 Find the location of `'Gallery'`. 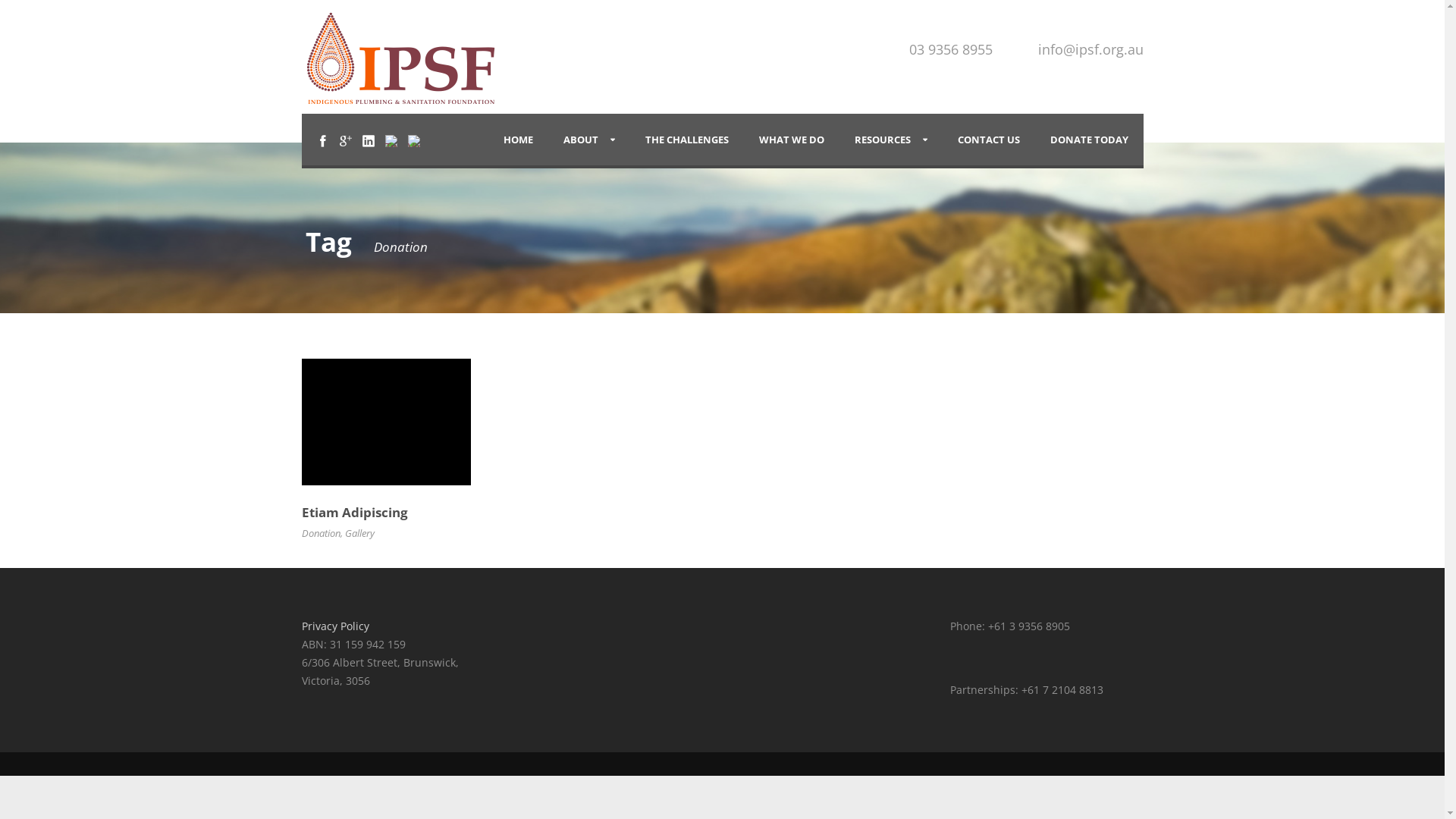

'Gallery' is located at coordinates (358, 532).